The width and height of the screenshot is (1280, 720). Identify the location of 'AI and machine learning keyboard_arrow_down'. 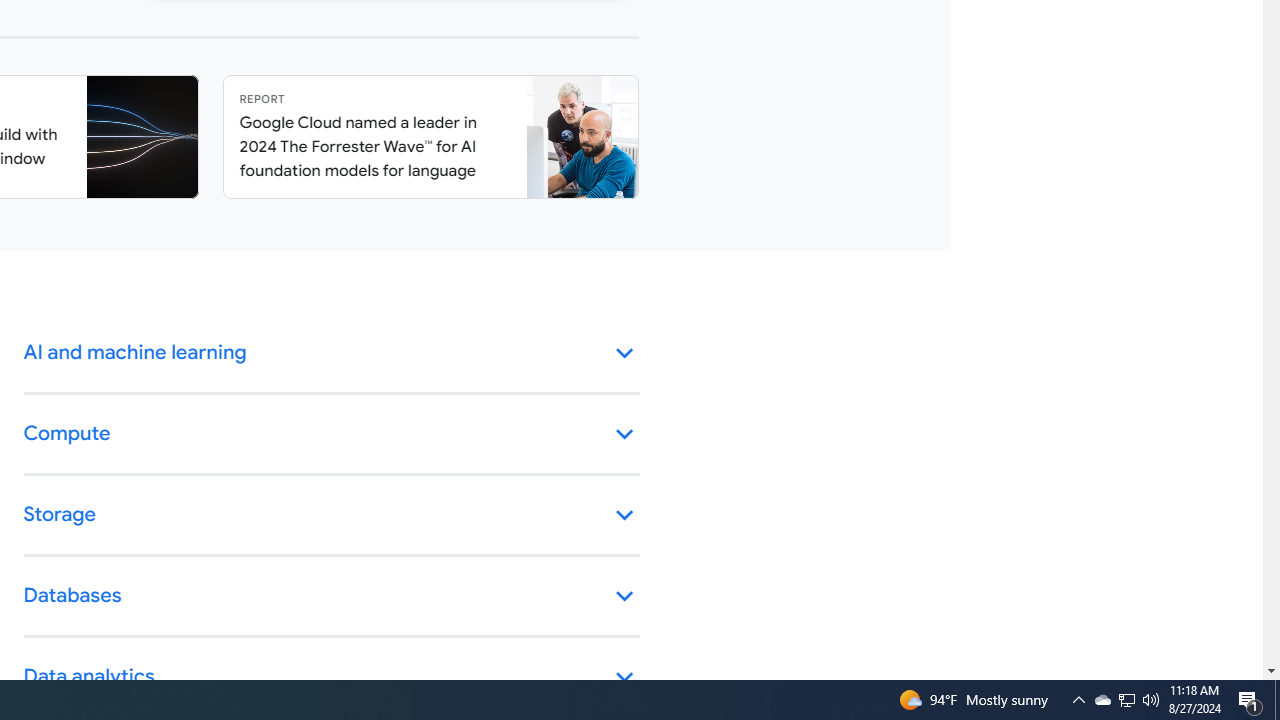
(331, 353).